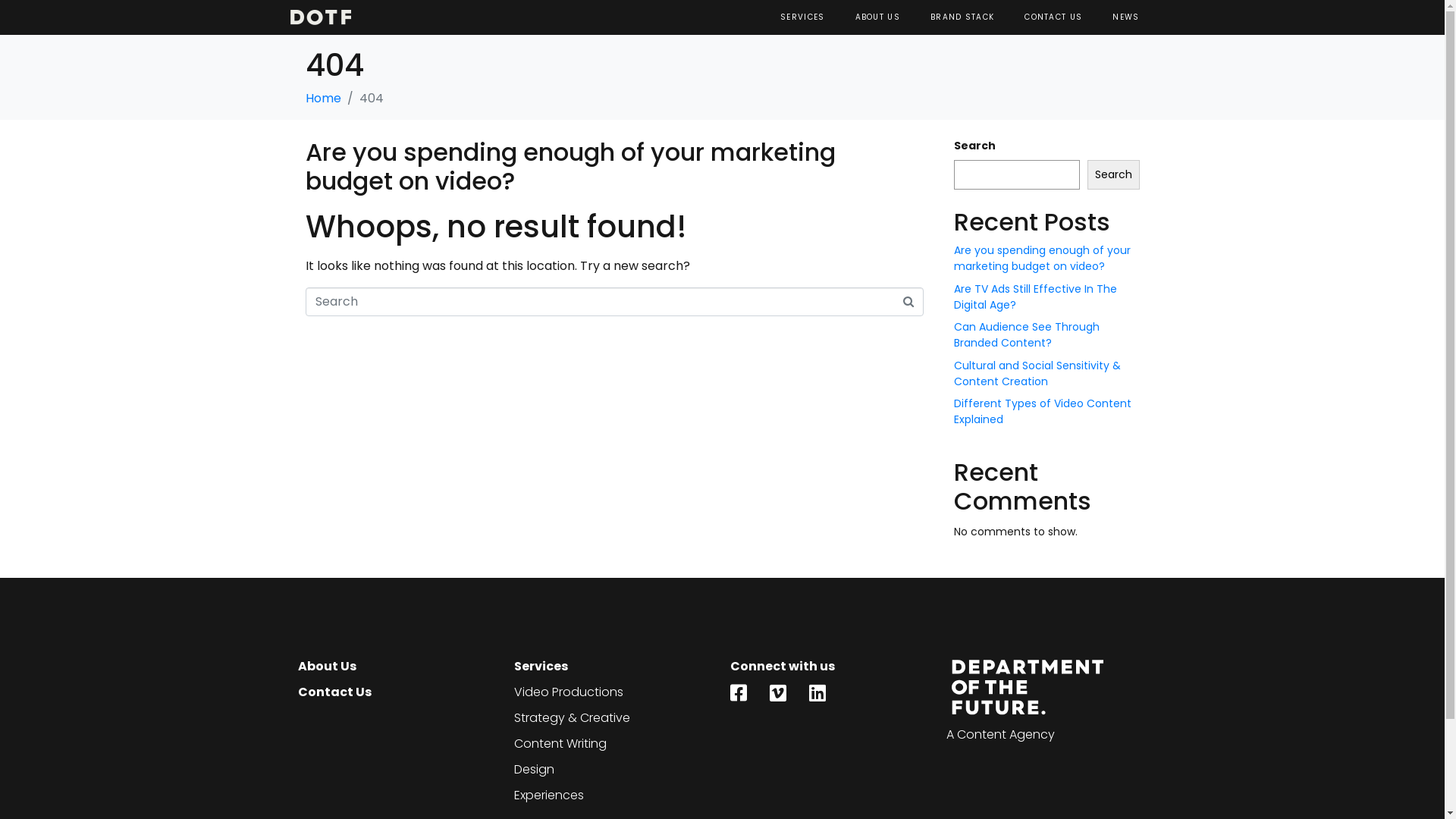  Describe the element at coordinates (1125, 17) in the screenshot. I see `'NEWS'` at that location.